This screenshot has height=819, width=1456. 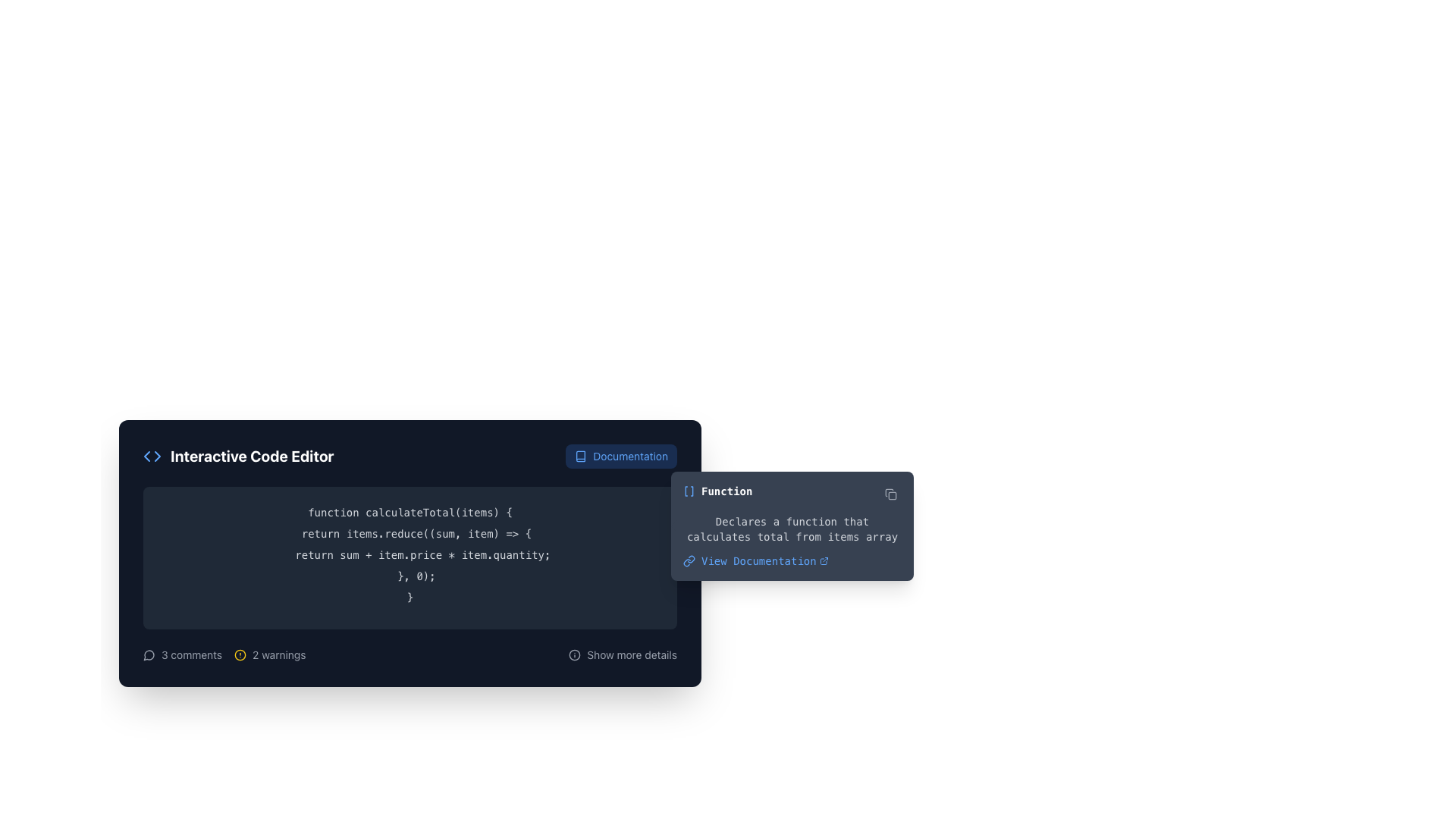 I want to click on the element that consists of a yellow warning circle icon followed by the text '2 warnings', located in the bottom-central part of the interface, to the right of the '3 comments' label, so click(x=270, y=654).